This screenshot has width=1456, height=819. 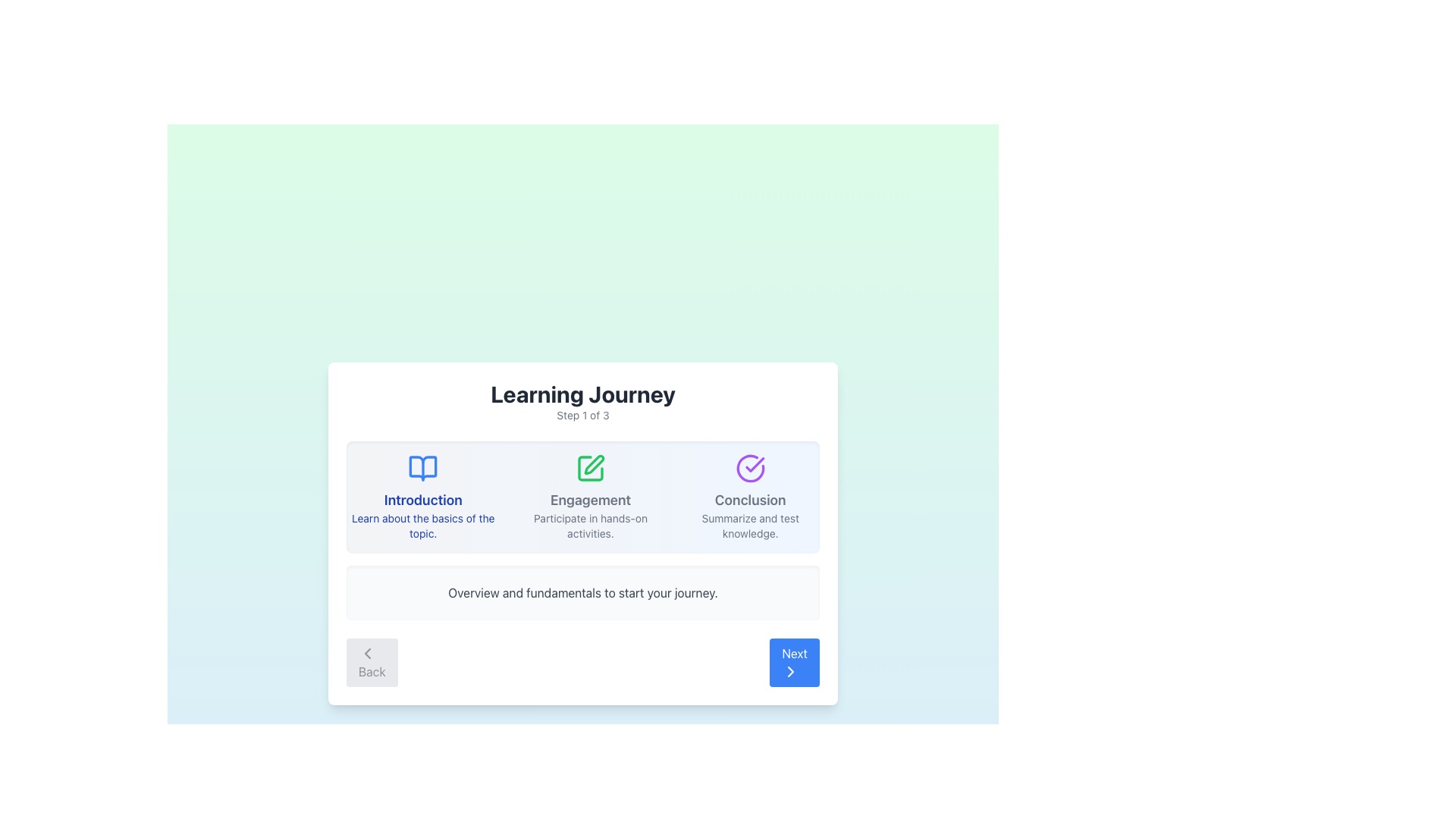 I want to click on the navigation button located at the bottom-left corner of the interface to move to the previous step in the multi-step process, so click(x=372, y=662).